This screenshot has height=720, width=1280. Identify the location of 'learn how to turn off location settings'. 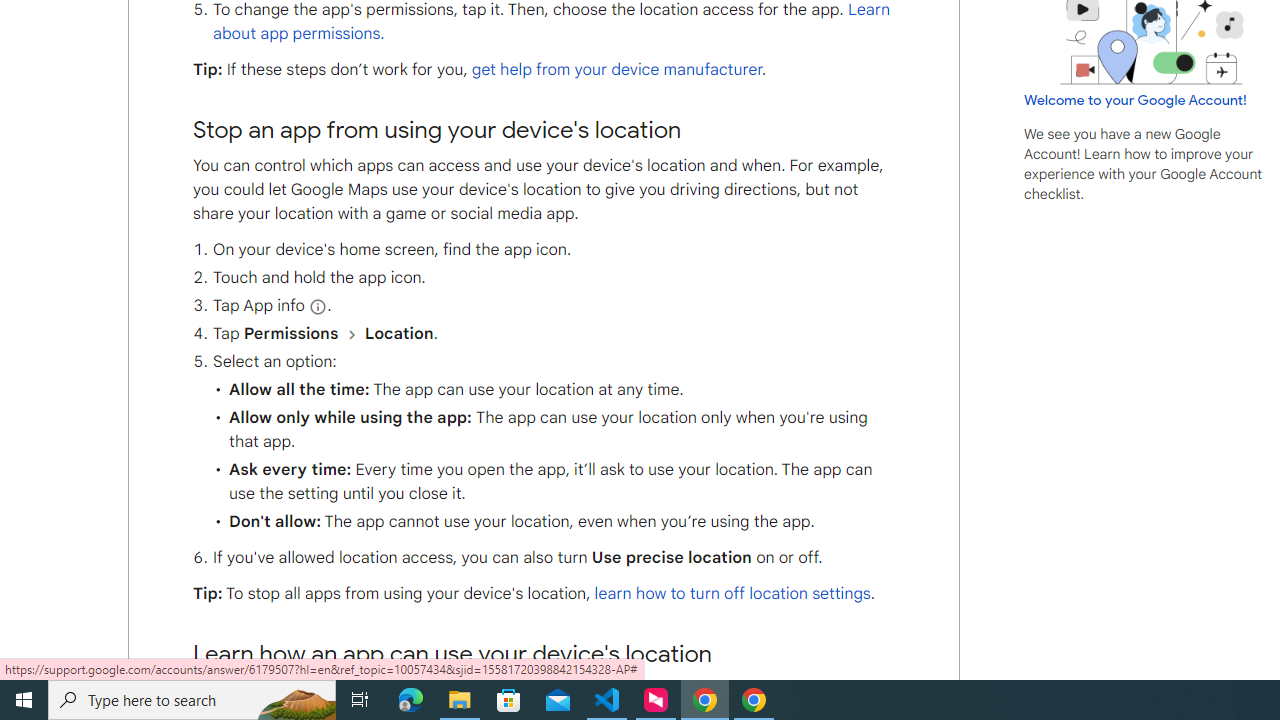
(731, 593).